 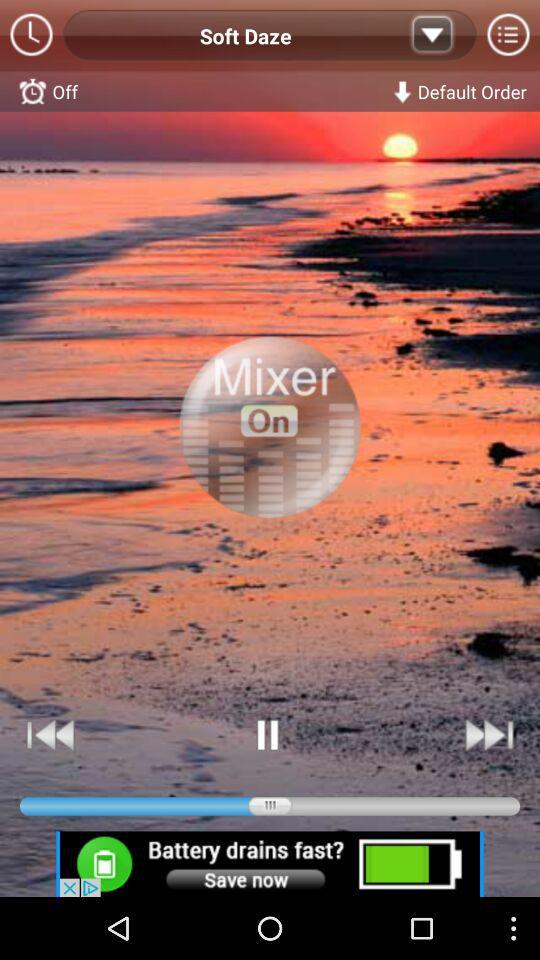 What do you see at coordinates (270, 863) in the screenshot?
I see `option below screen for saving battery life` at bounding box center [270, 863].